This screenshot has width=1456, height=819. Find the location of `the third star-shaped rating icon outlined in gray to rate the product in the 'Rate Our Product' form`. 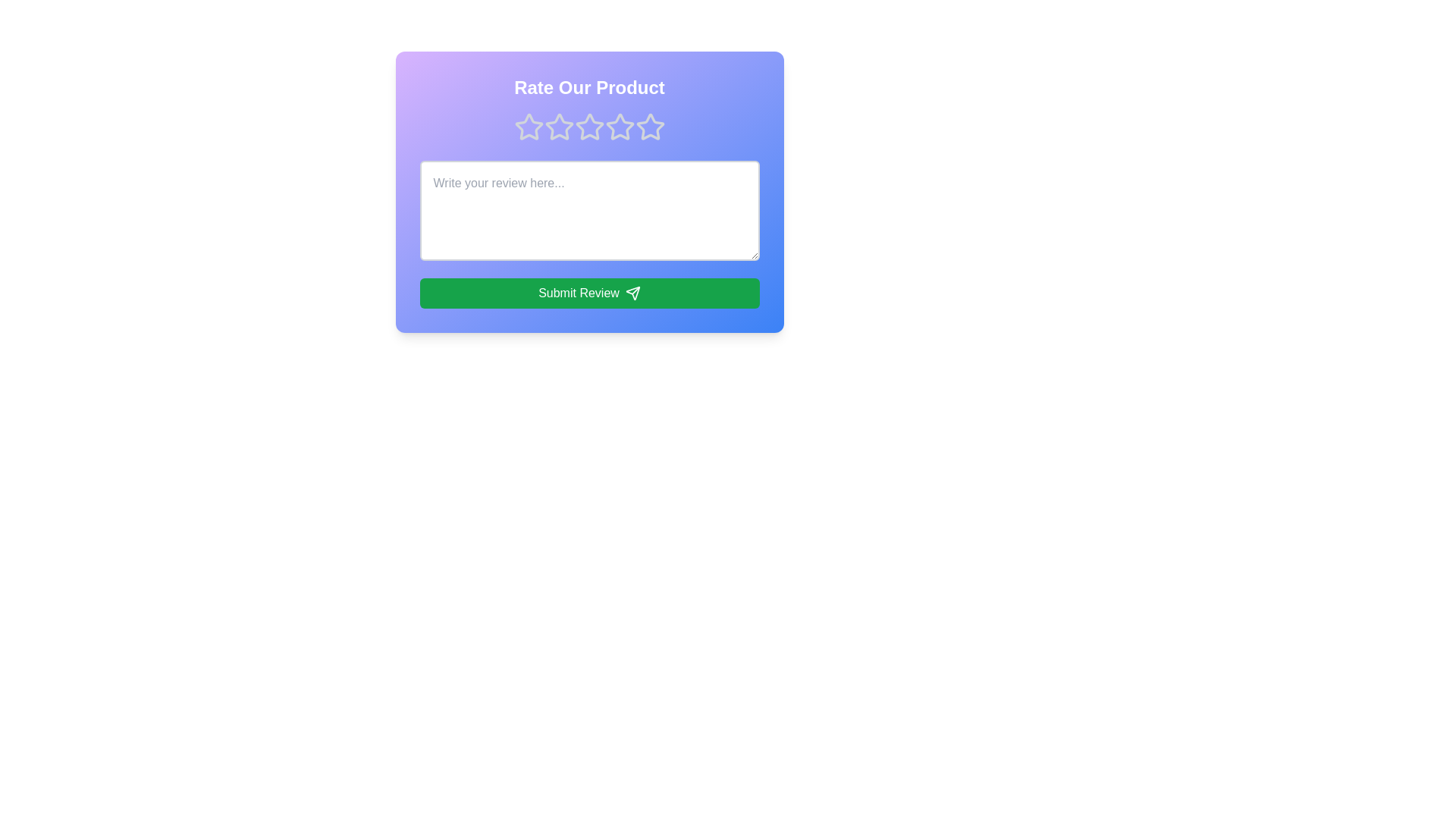

the third star-shaped rating icon outlined in gray to rate the product in the 'Rate Our Product' form is located at coordinates (620, 127).